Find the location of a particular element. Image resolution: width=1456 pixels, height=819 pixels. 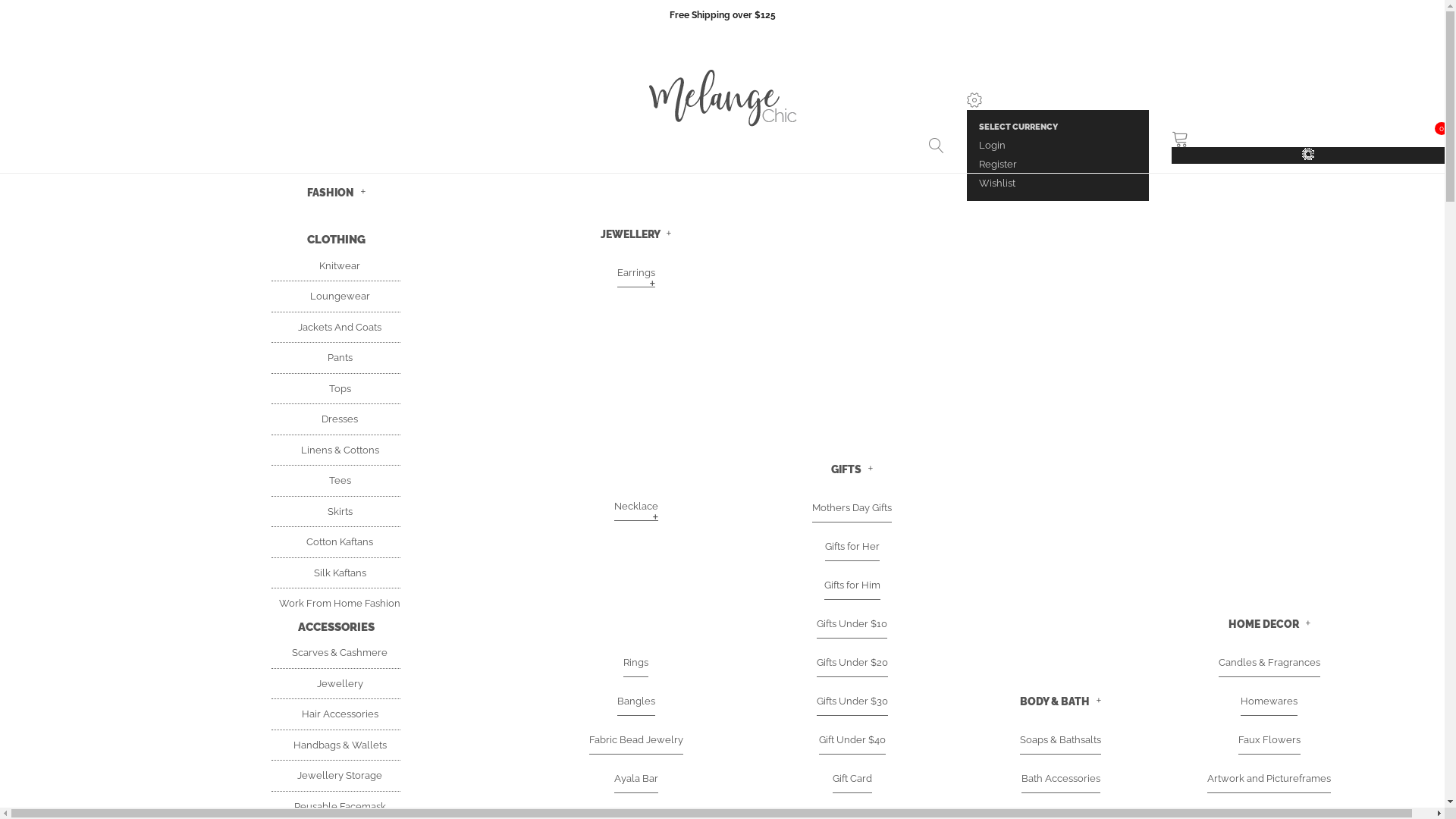

'Handbags & Wallets' is located at coordinates (334, 744).